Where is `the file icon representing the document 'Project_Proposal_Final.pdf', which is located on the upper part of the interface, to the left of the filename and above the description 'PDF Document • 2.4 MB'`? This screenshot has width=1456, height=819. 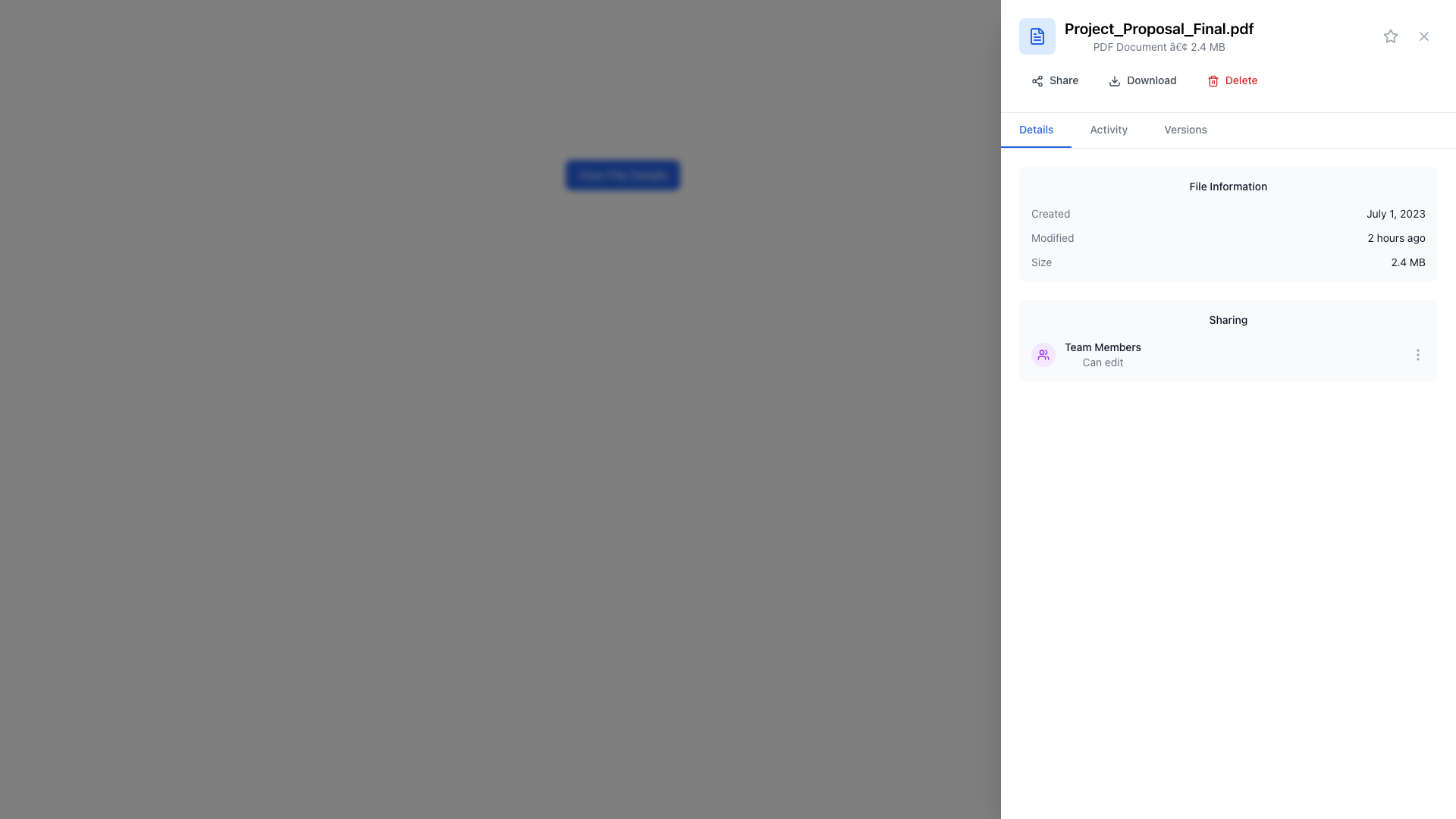 the file icon representing the document 'Project_Proposal_Final.pdf', which is located on the upper part of the interface, to the left of the filename and above the description 'PDF Document • 2.4 MB' is located at coordinates (1037, 35).